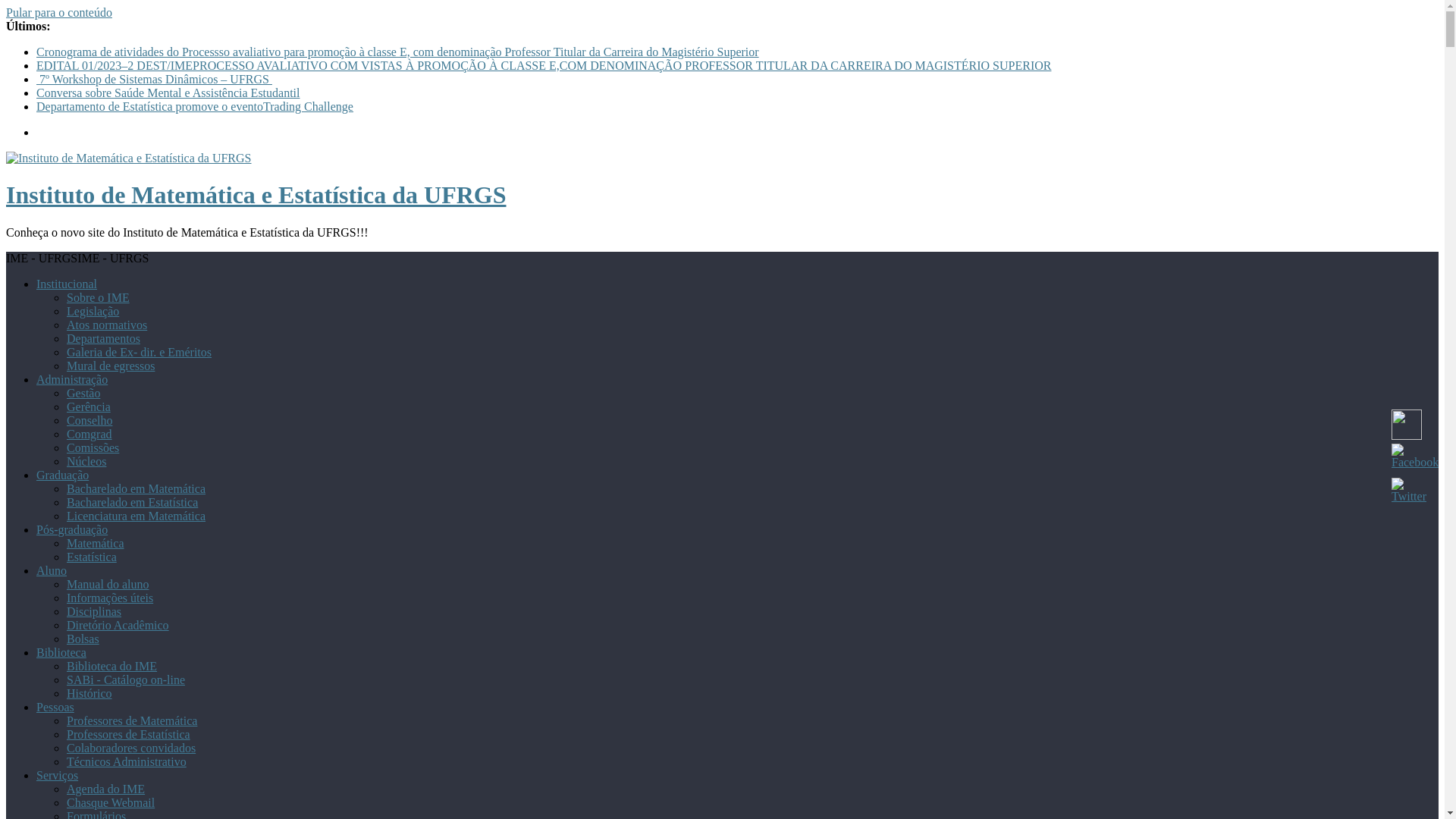 This screenshot has width=1456, height=819. Describe the element at coordinates (51, 570) in the screenshot. I see `'Aluno'` at that location.